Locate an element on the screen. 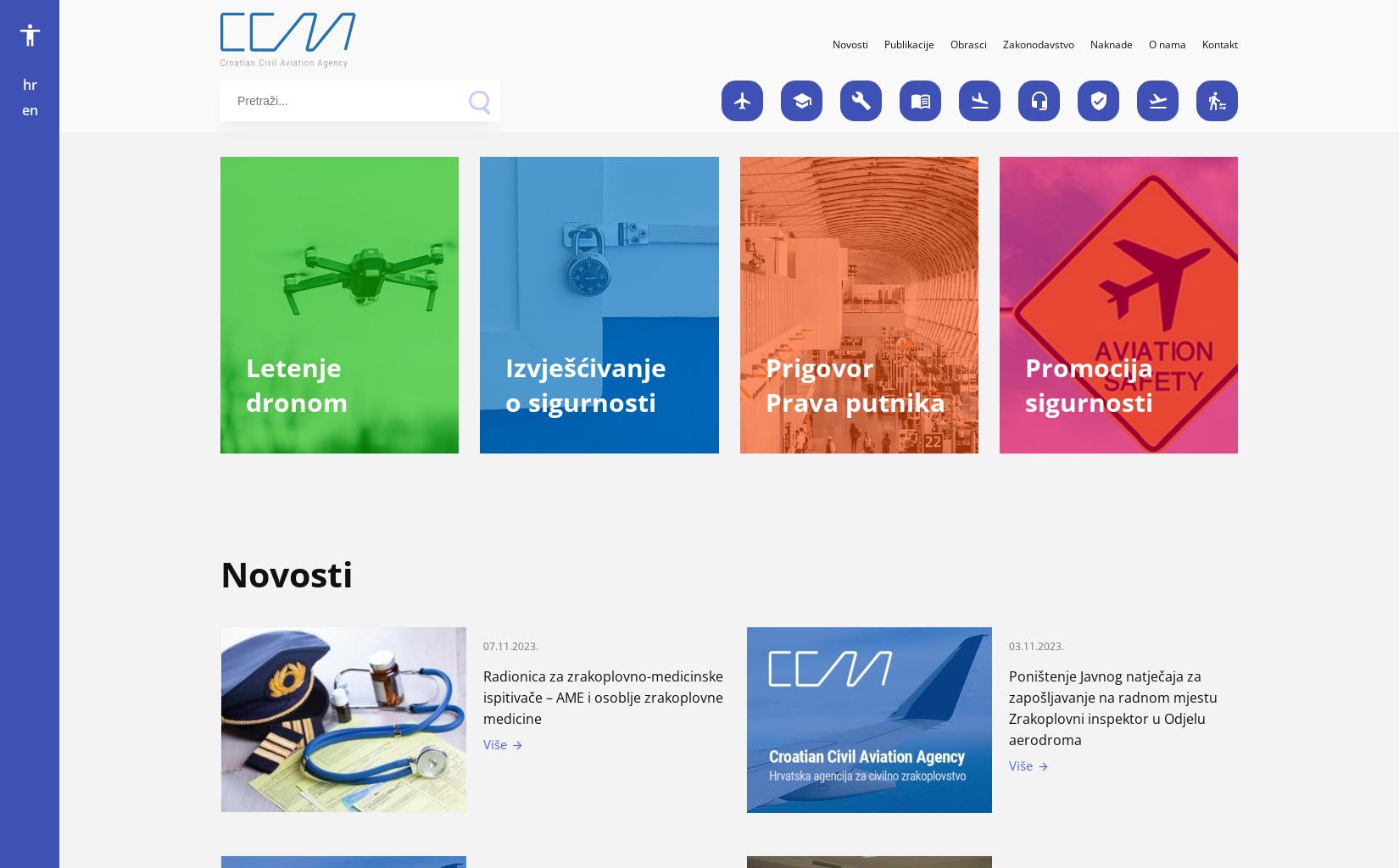 The width and height of the screenshot is (1399, 868). 'Kontakt' is located at coordinates (1218, 43).